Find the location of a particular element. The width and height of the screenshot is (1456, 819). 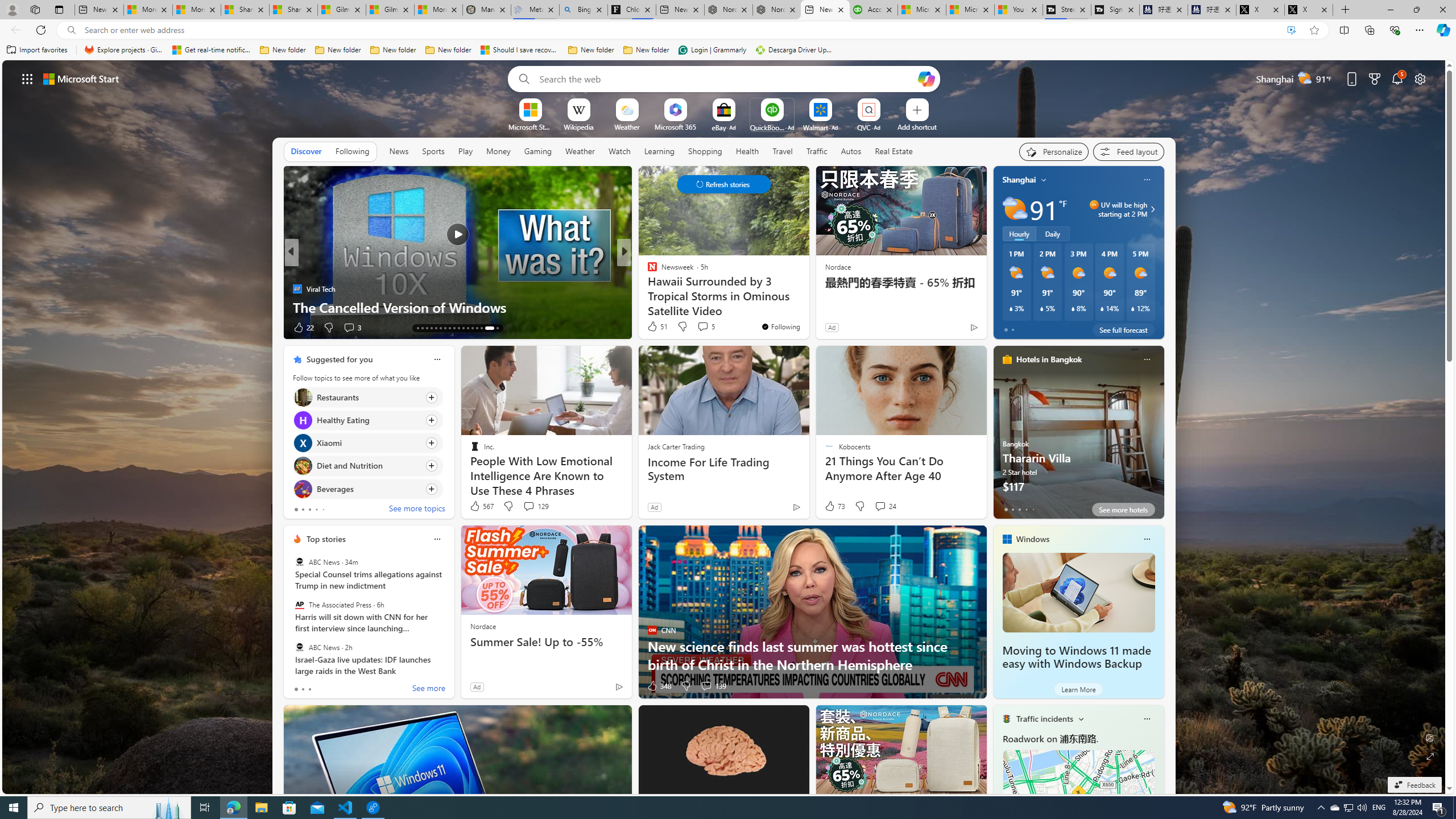

'Hourly' is located at coordinates (1019, 233).